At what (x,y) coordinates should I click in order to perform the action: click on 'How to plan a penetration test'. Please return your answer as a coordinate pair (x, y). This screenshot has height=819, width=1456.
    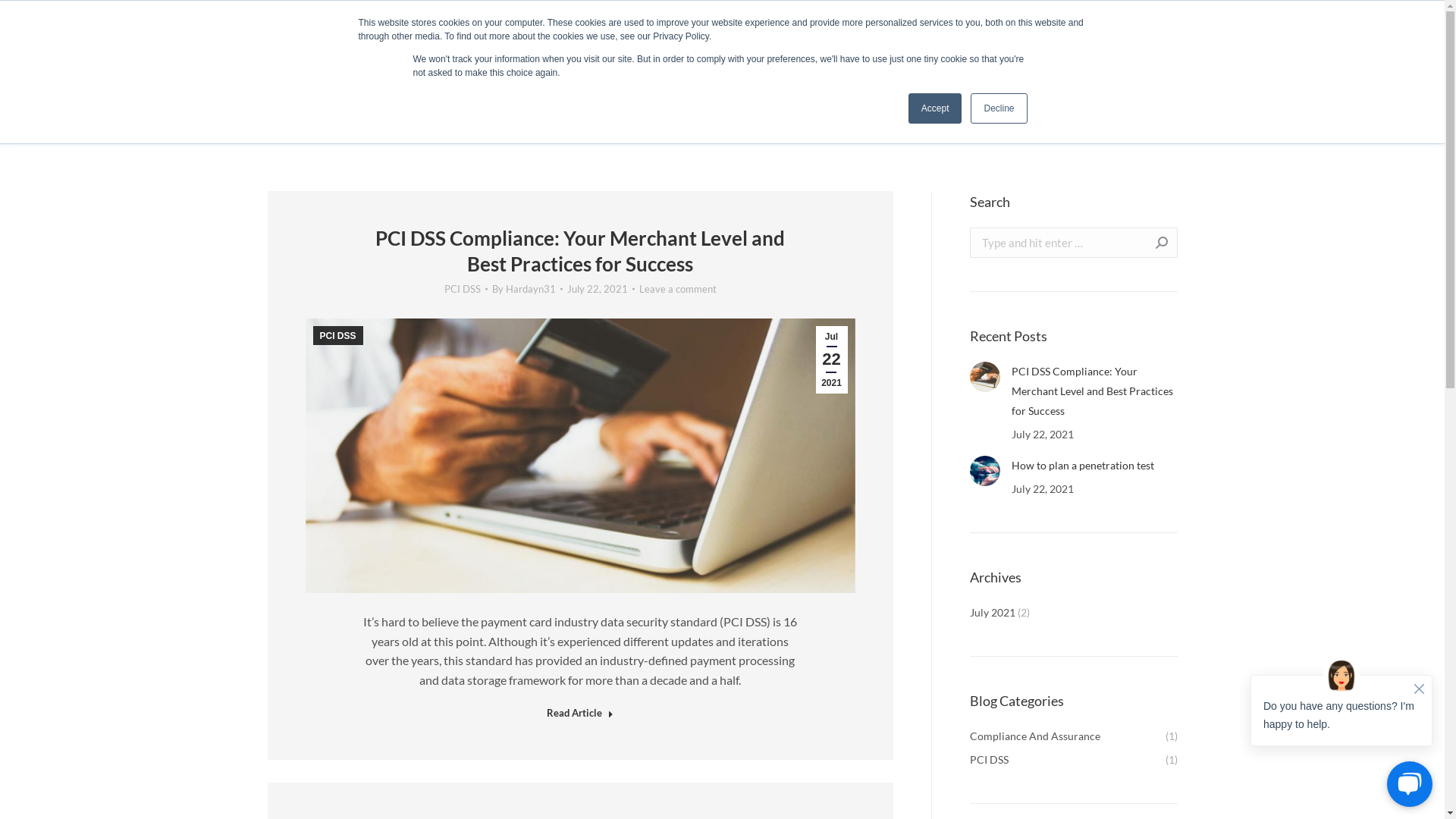
    Looking at the image, I should click on (1082, 464).